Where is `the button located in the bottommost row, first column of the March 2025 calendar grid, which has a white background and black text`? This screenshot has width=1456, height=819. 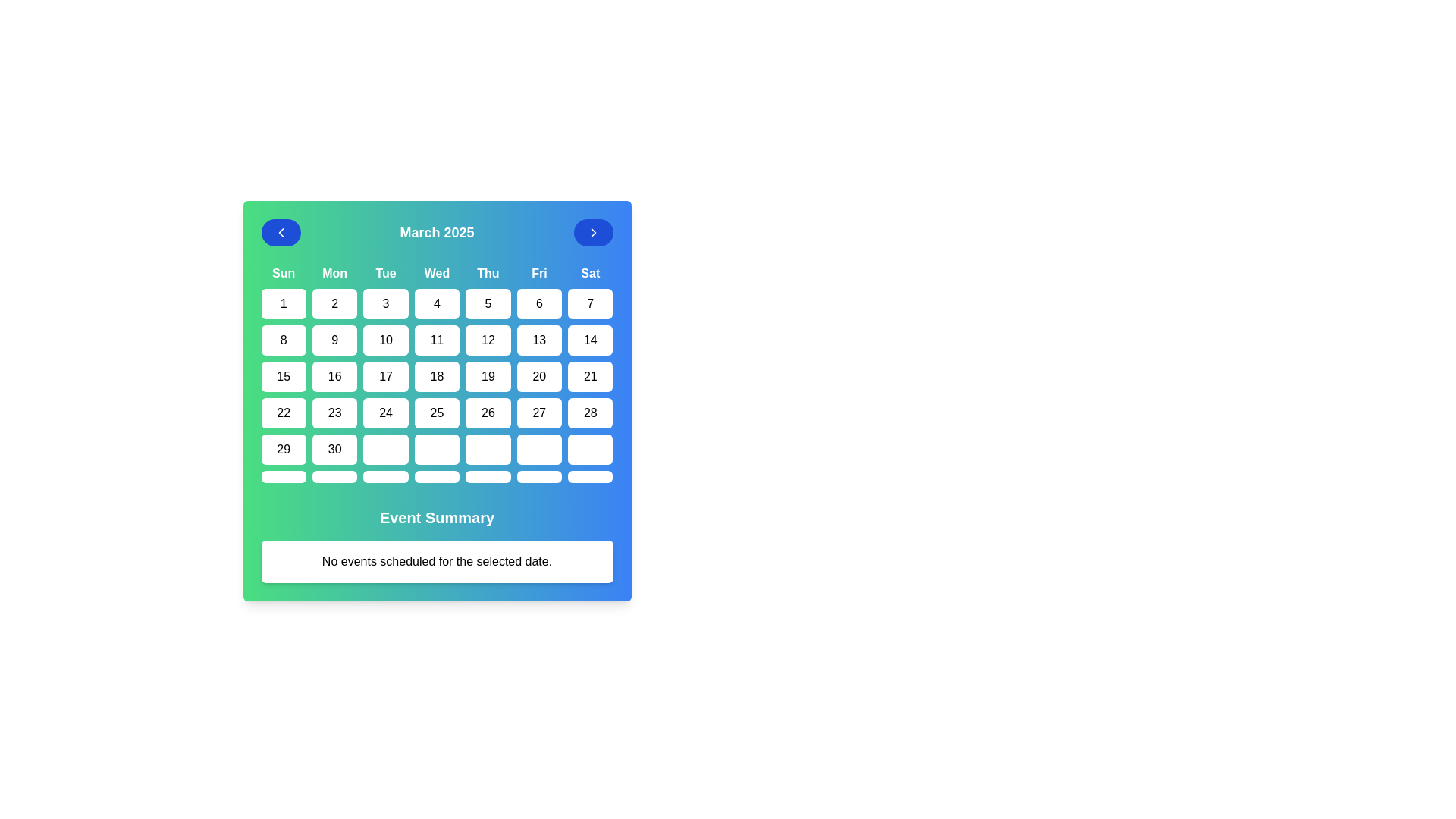 the button located in the bottommost row, first column of the March 2025 calendar grid, which has a white background and black text is located at coordinates (284, 475).